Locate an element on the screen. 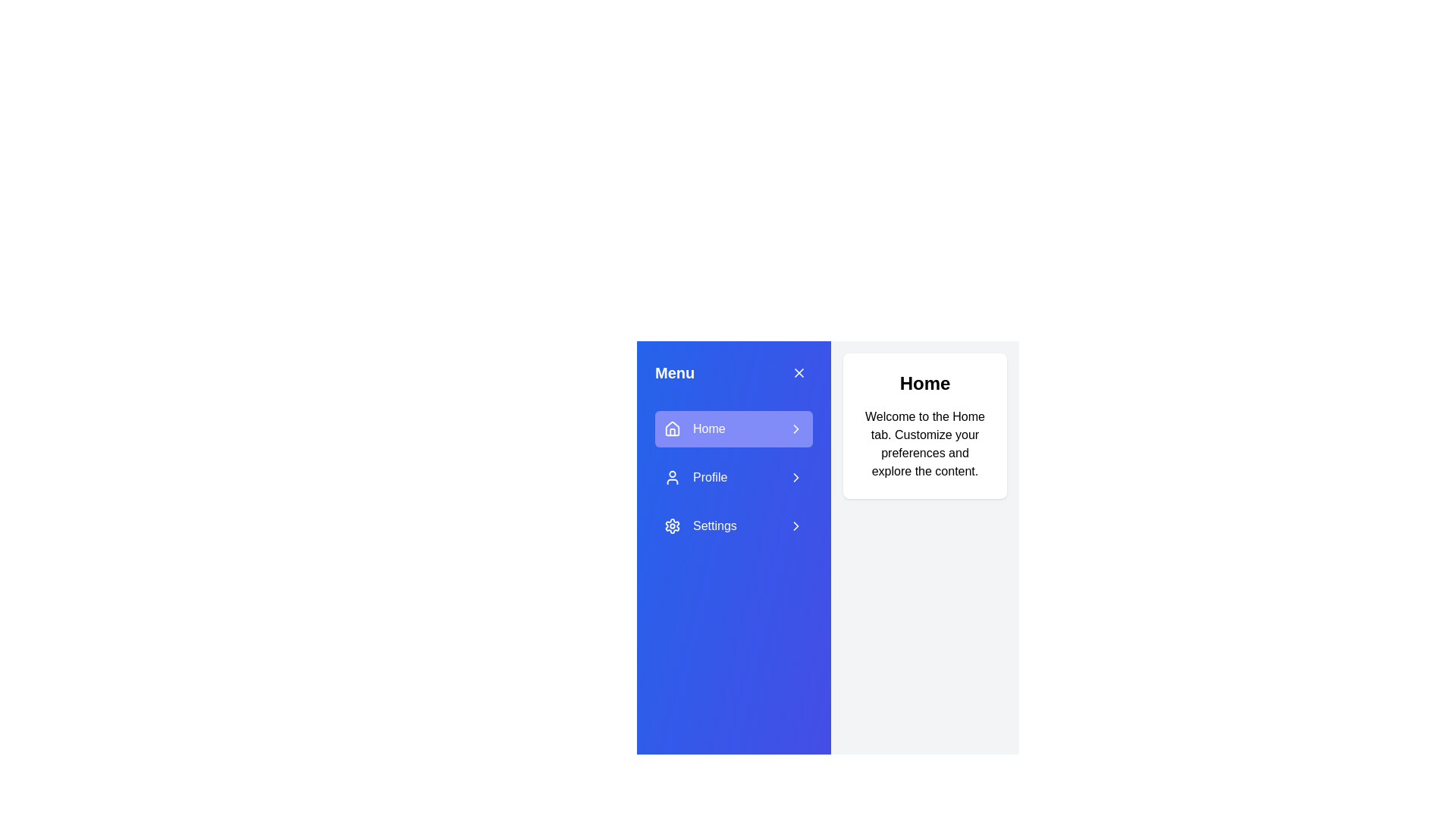 Image resolution: width=1456 pixels, height=819 pixels. the user icon in the vertical menu to interact with the 'Profile' menu option is located at coordinates (672, 476).